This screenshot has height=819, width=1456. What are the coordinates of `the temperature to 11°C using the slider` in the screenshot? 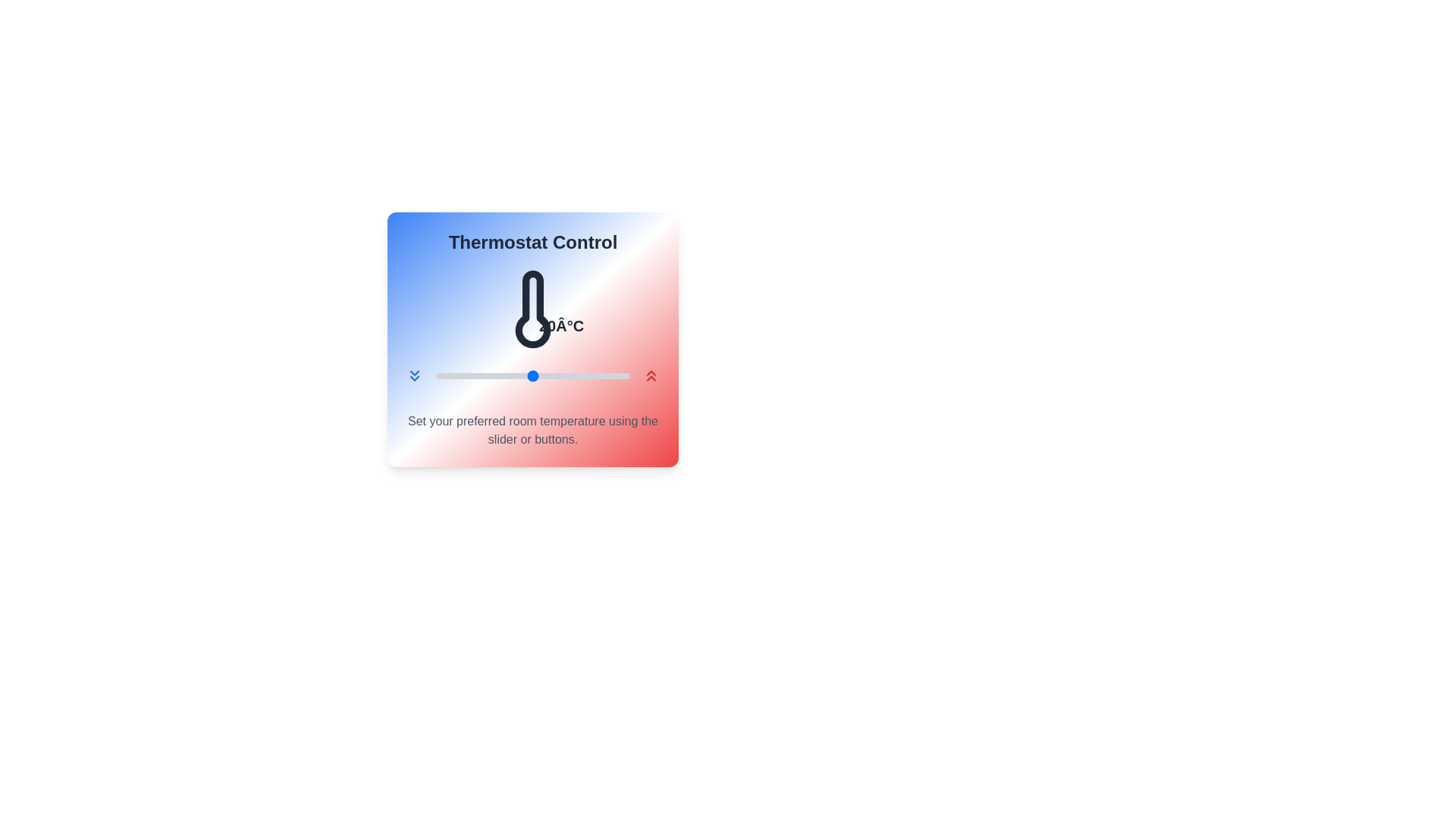 It's located at (445, 375).